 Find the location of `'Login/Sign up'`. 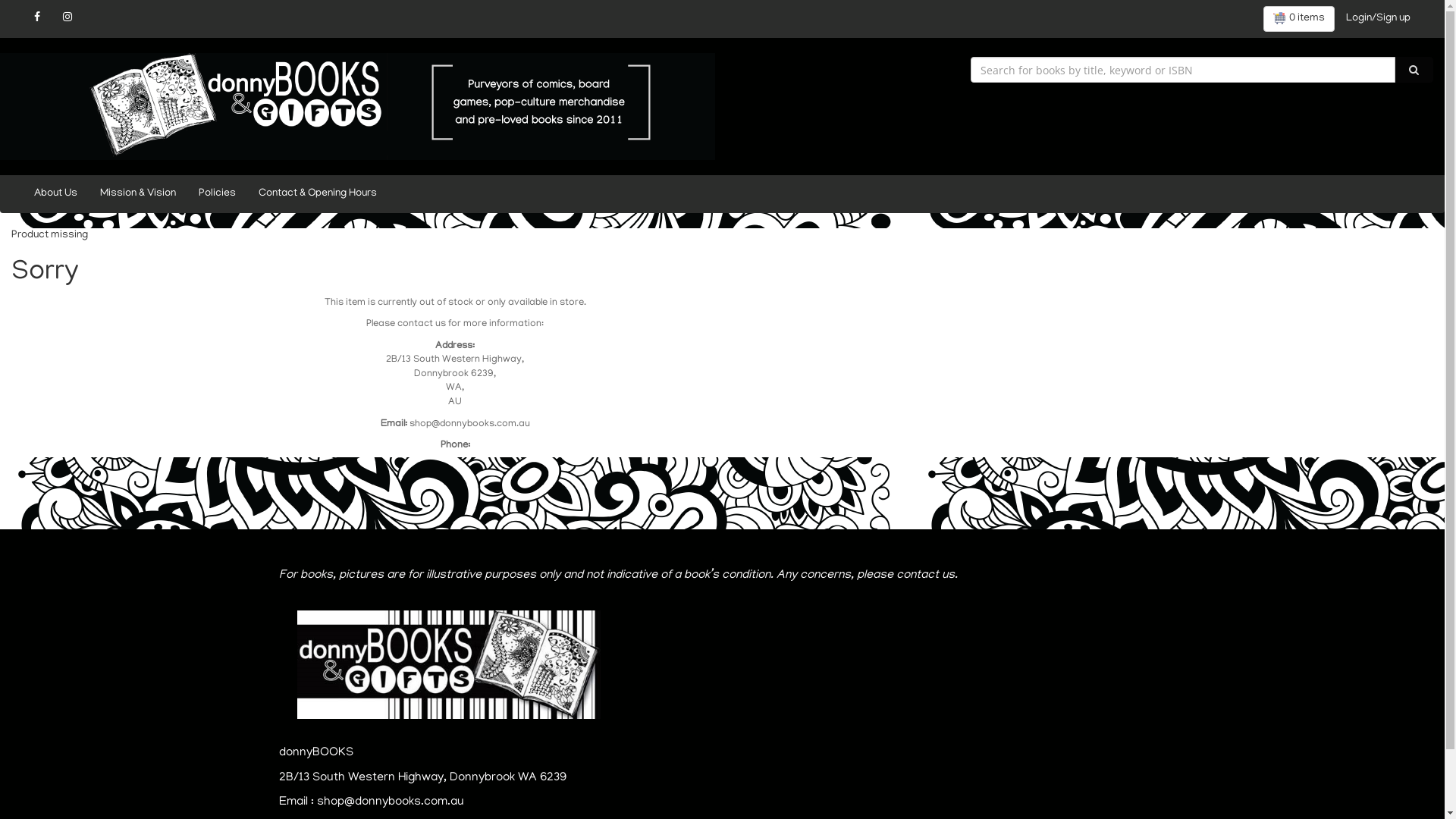

'Login/Sign up' is located at coordinates (1378, 18).